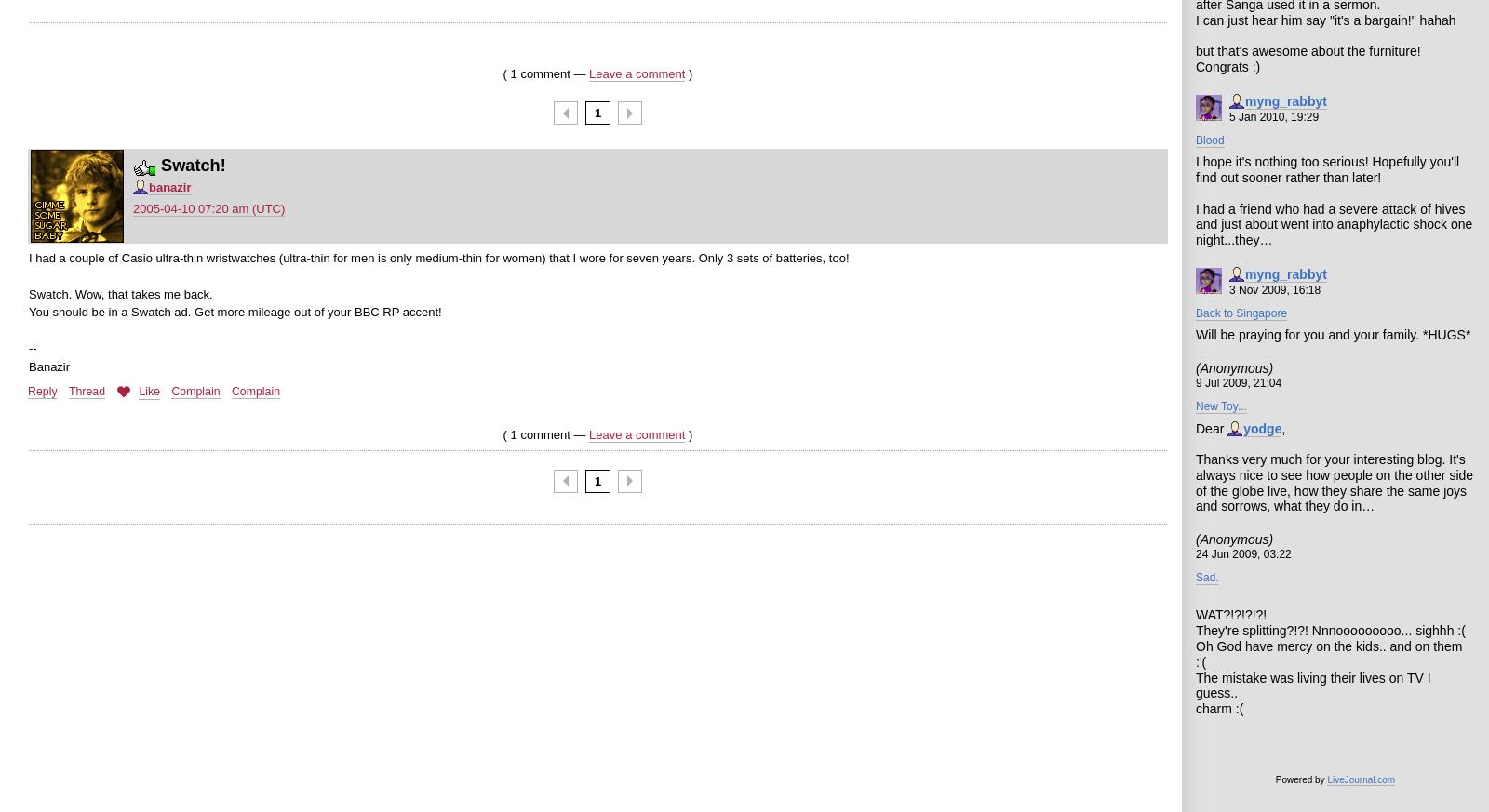 This screenshot has width=1489, height=812. Describe the element at coordinates (1218, 708) in the screenshot. I see `'charm :('` at that location.